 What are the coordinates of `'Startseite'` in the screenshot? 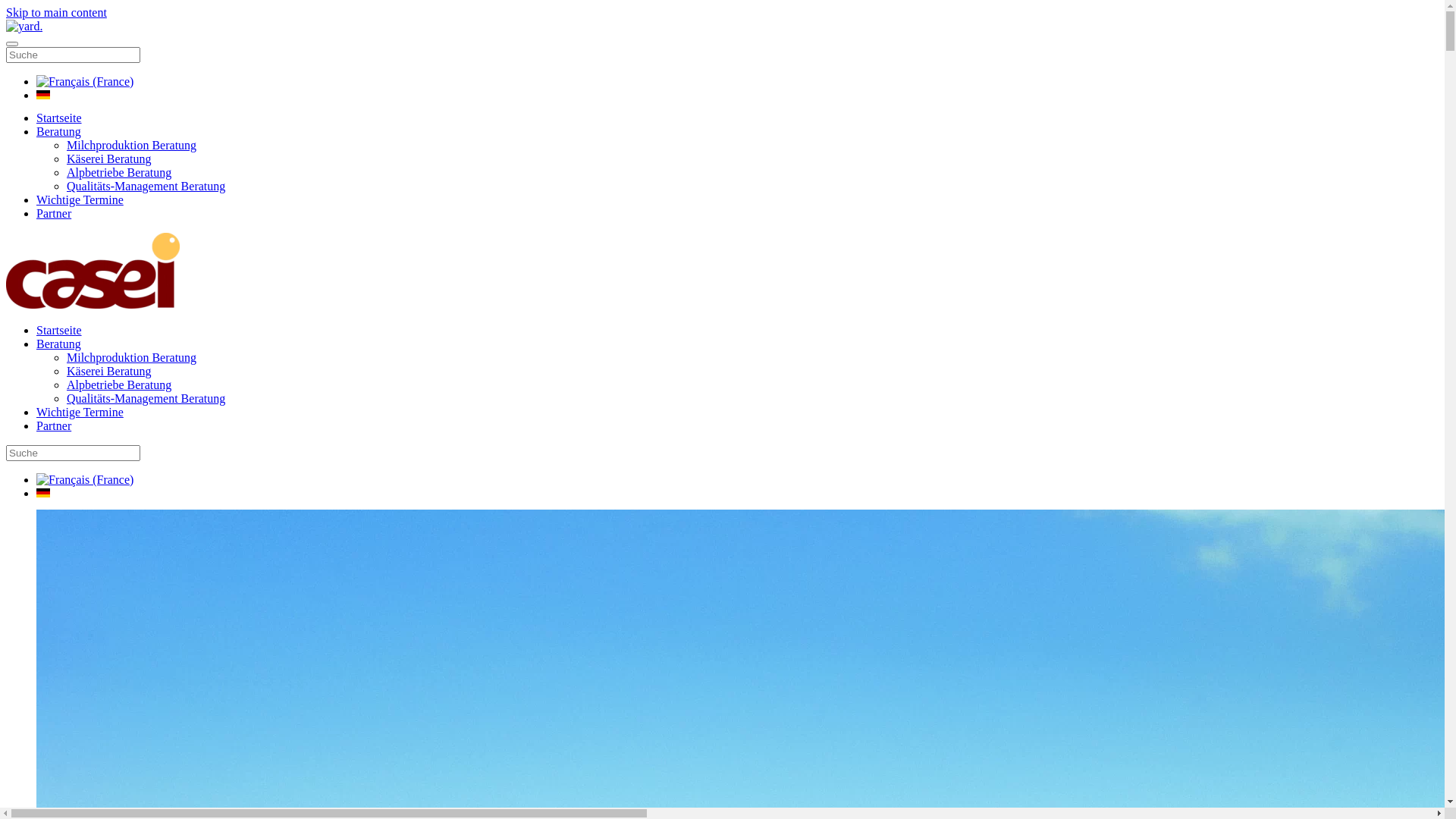 It's located at (58, 117).